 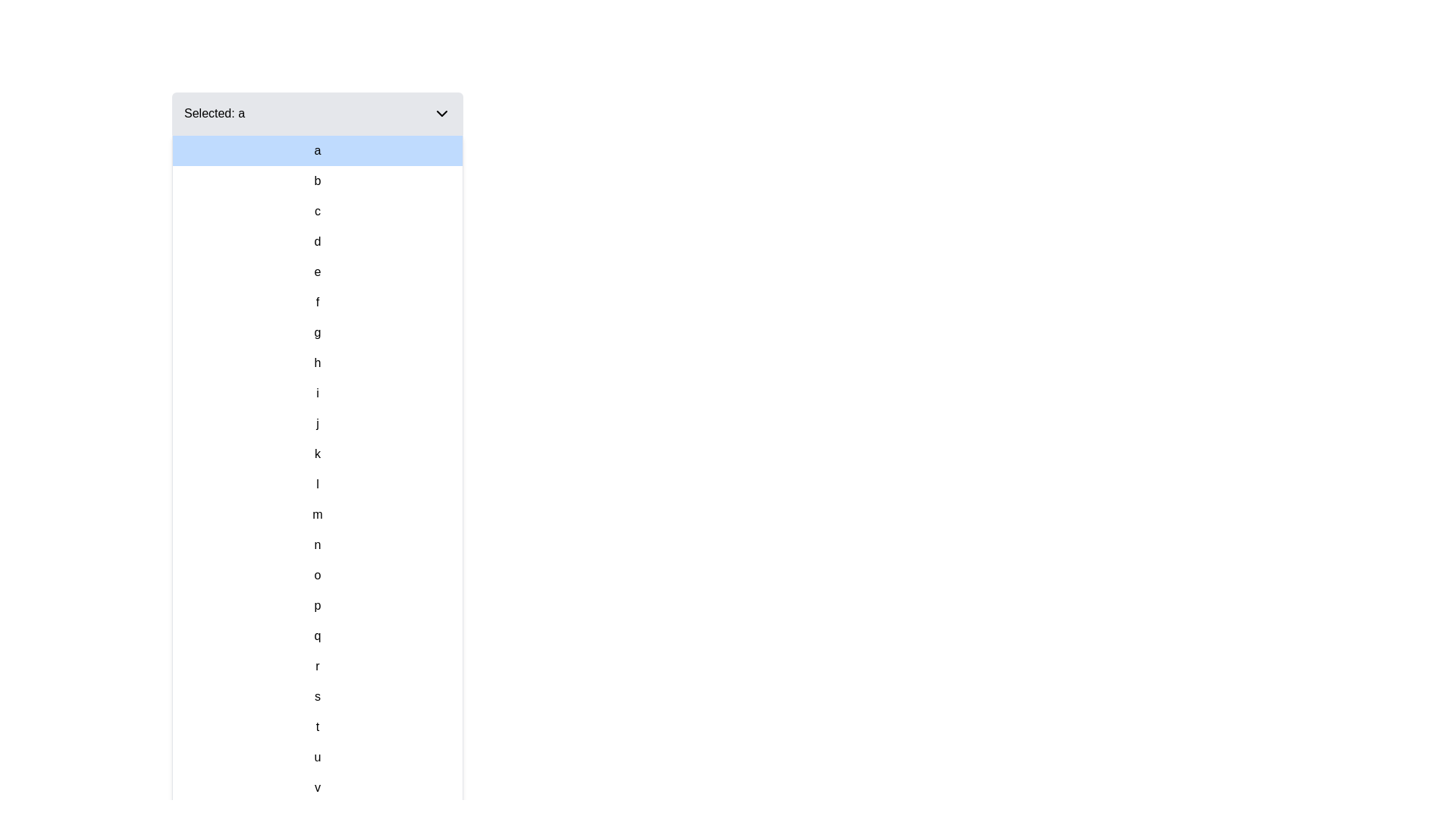 I want to click on the 9th entry in the alphabetically ordered dropdown list, which represents the letter 'i', so click(x=316, y=393).